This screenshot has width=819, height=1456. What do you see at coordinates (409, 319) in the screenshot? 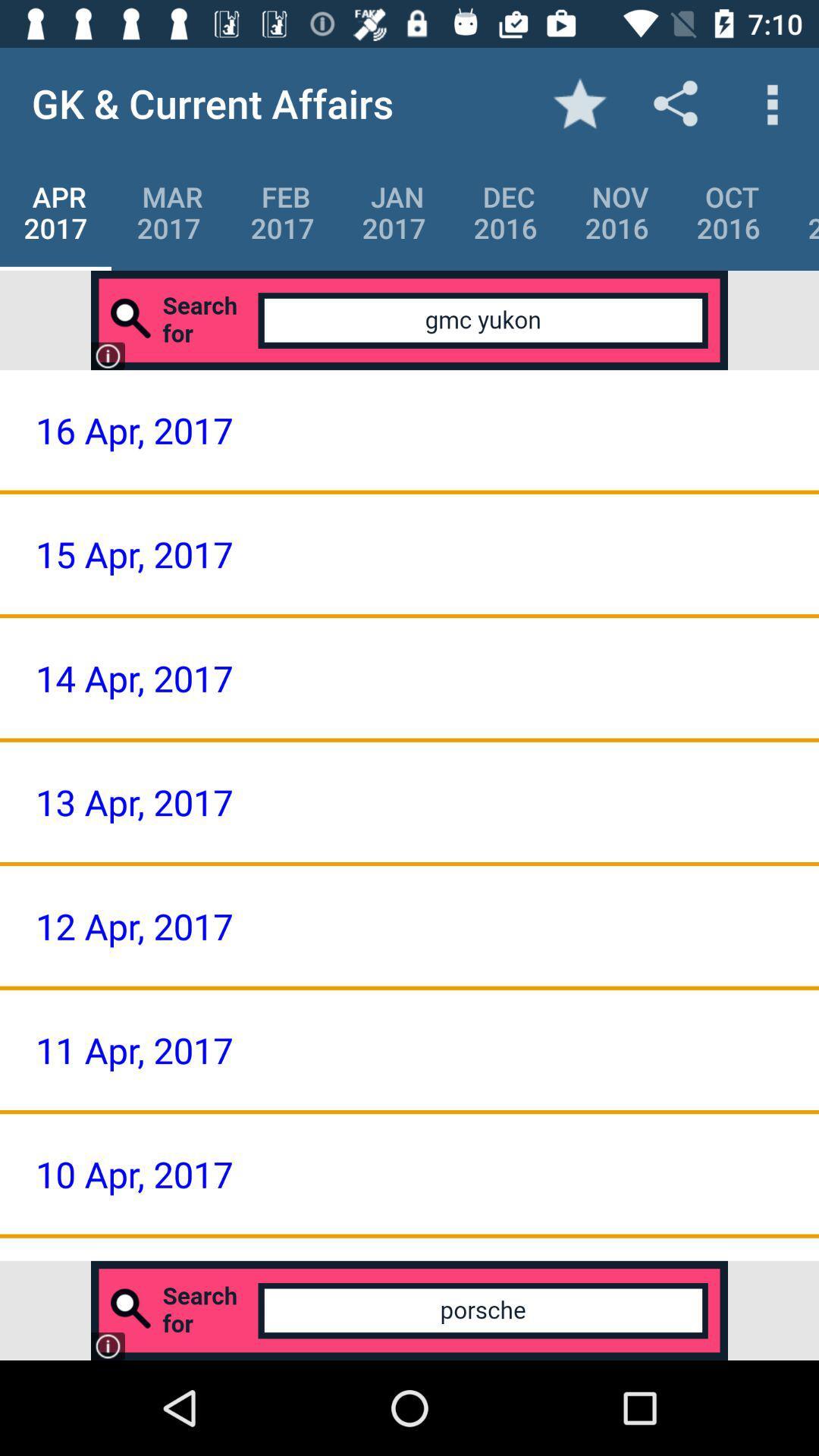
I see `search for` at bounding box center [409, 319].